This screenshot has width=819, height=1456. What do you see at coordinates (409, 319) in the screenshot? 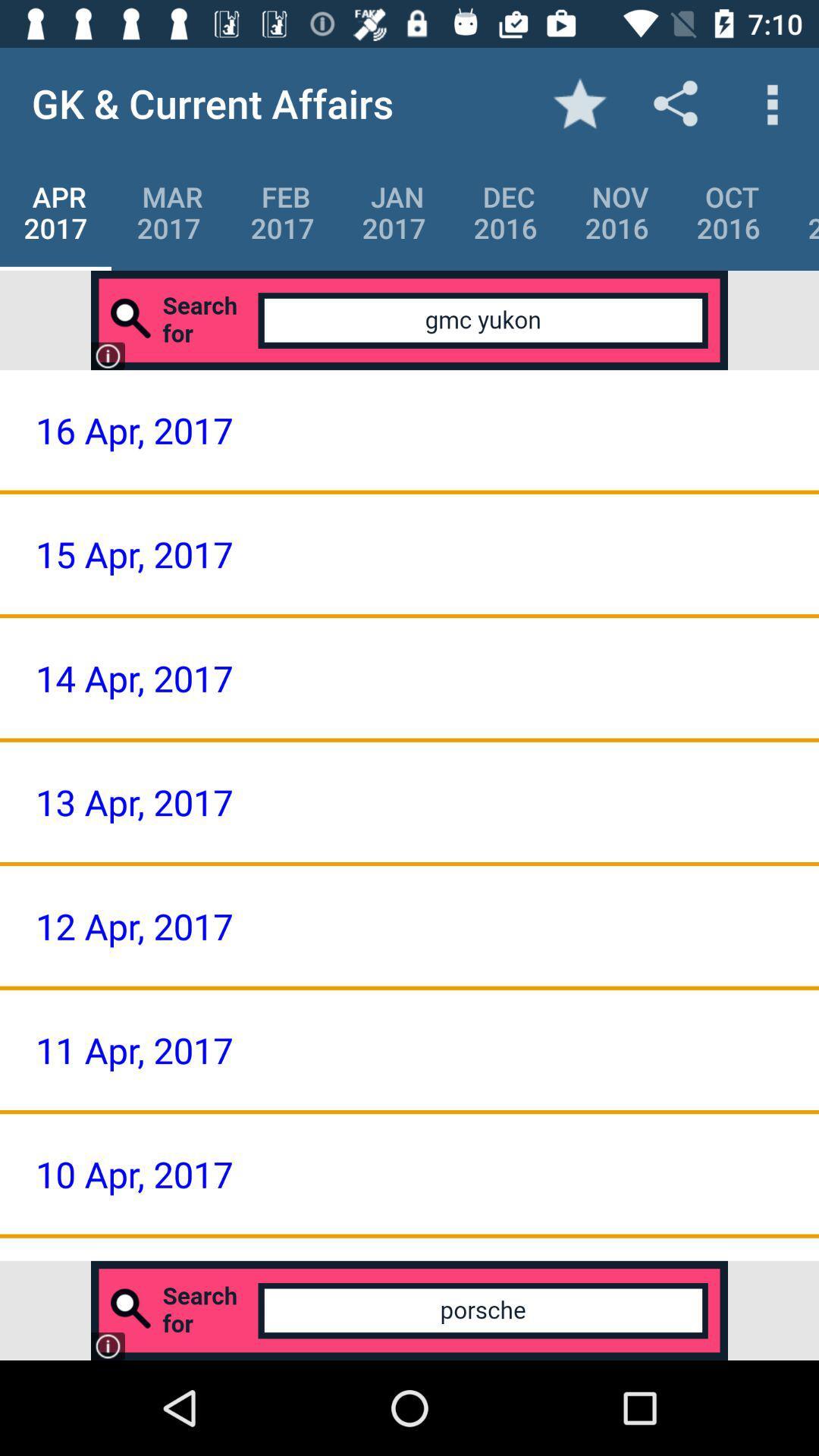
I see `search for` at bounding box center [409, 319].